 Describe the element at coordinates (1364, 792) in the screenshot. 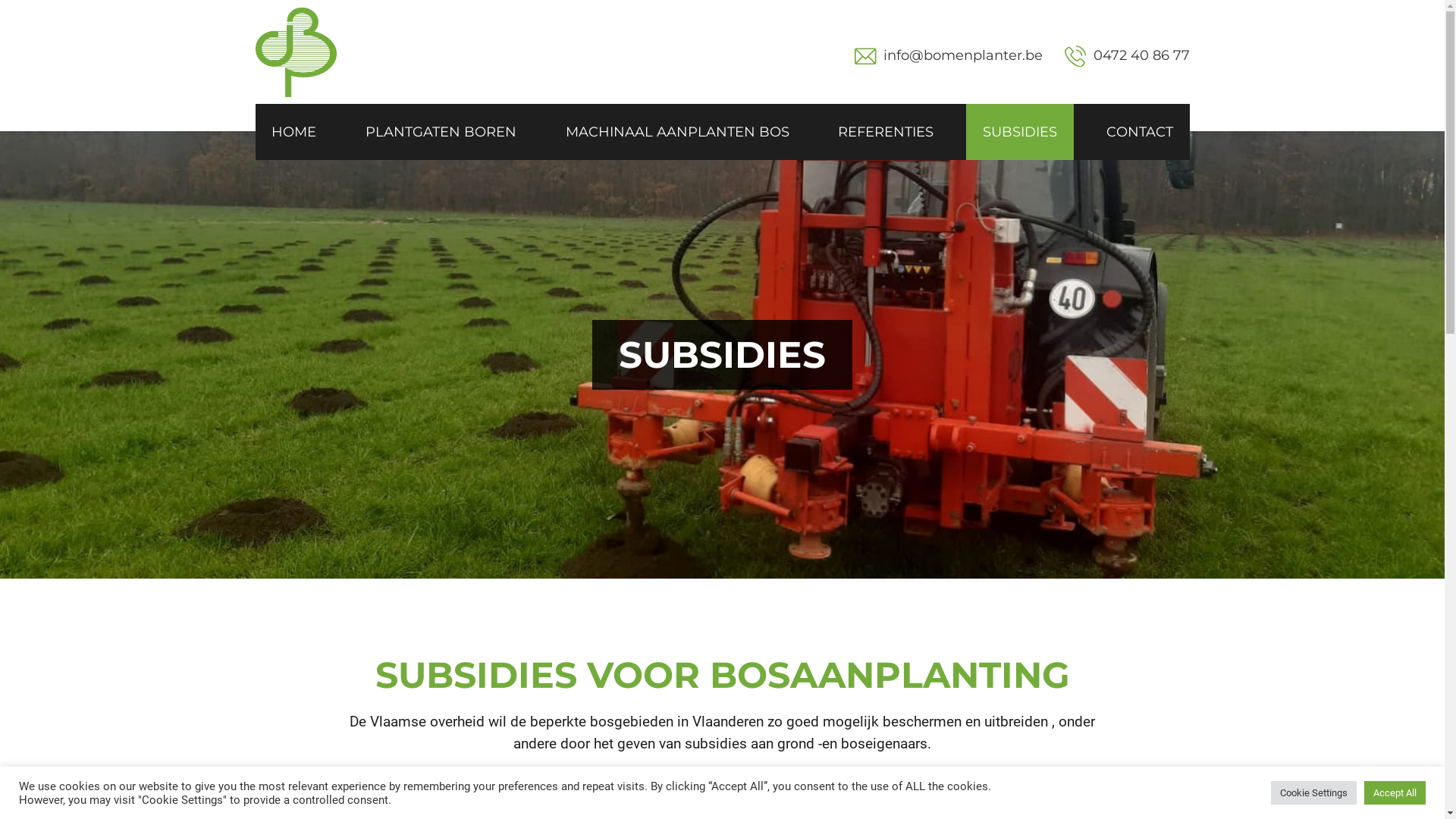

I see `'Accept All'` at that location.